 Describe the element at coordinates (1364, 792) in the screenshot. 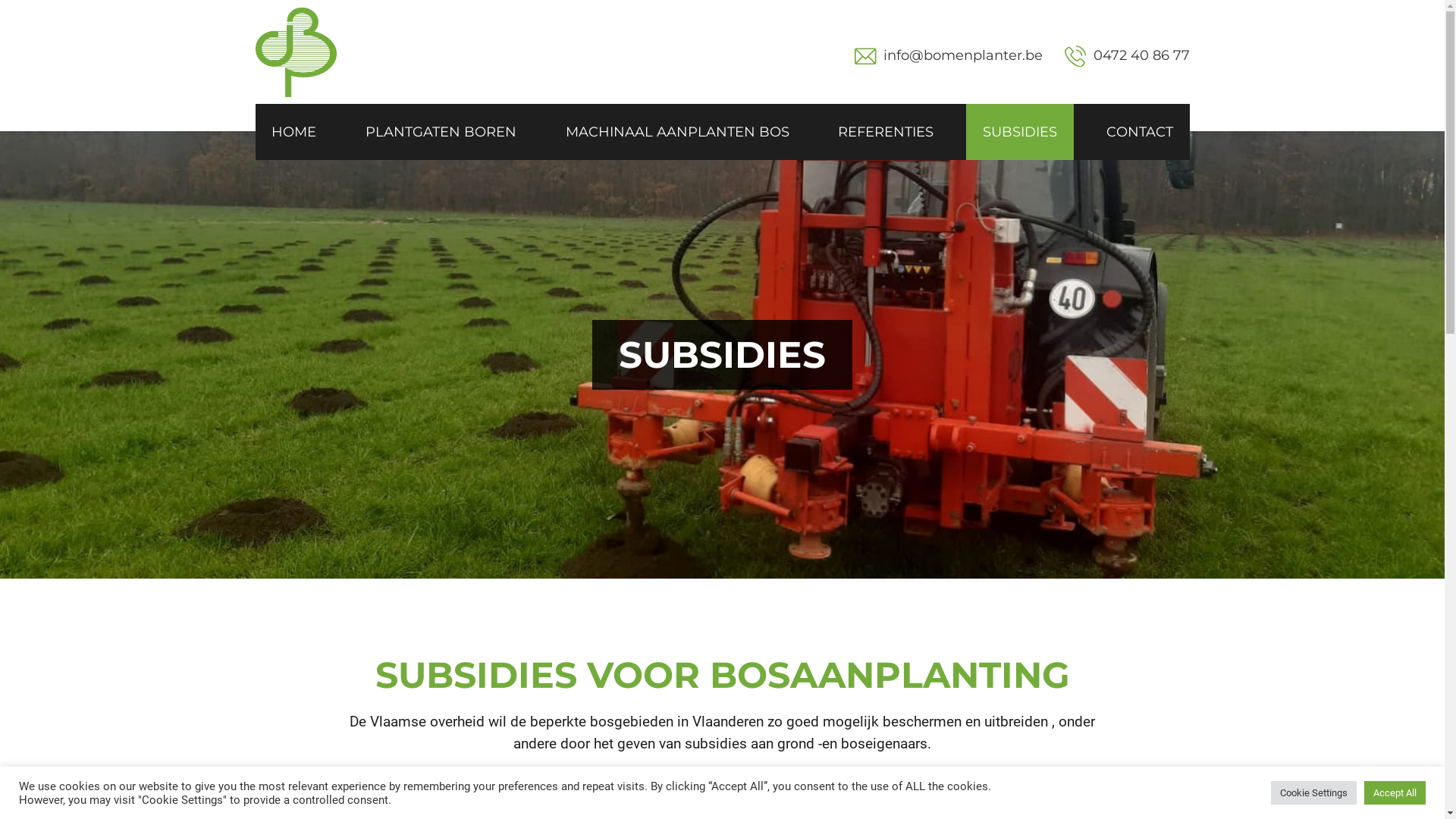

I see `'Accept All'` at that location.